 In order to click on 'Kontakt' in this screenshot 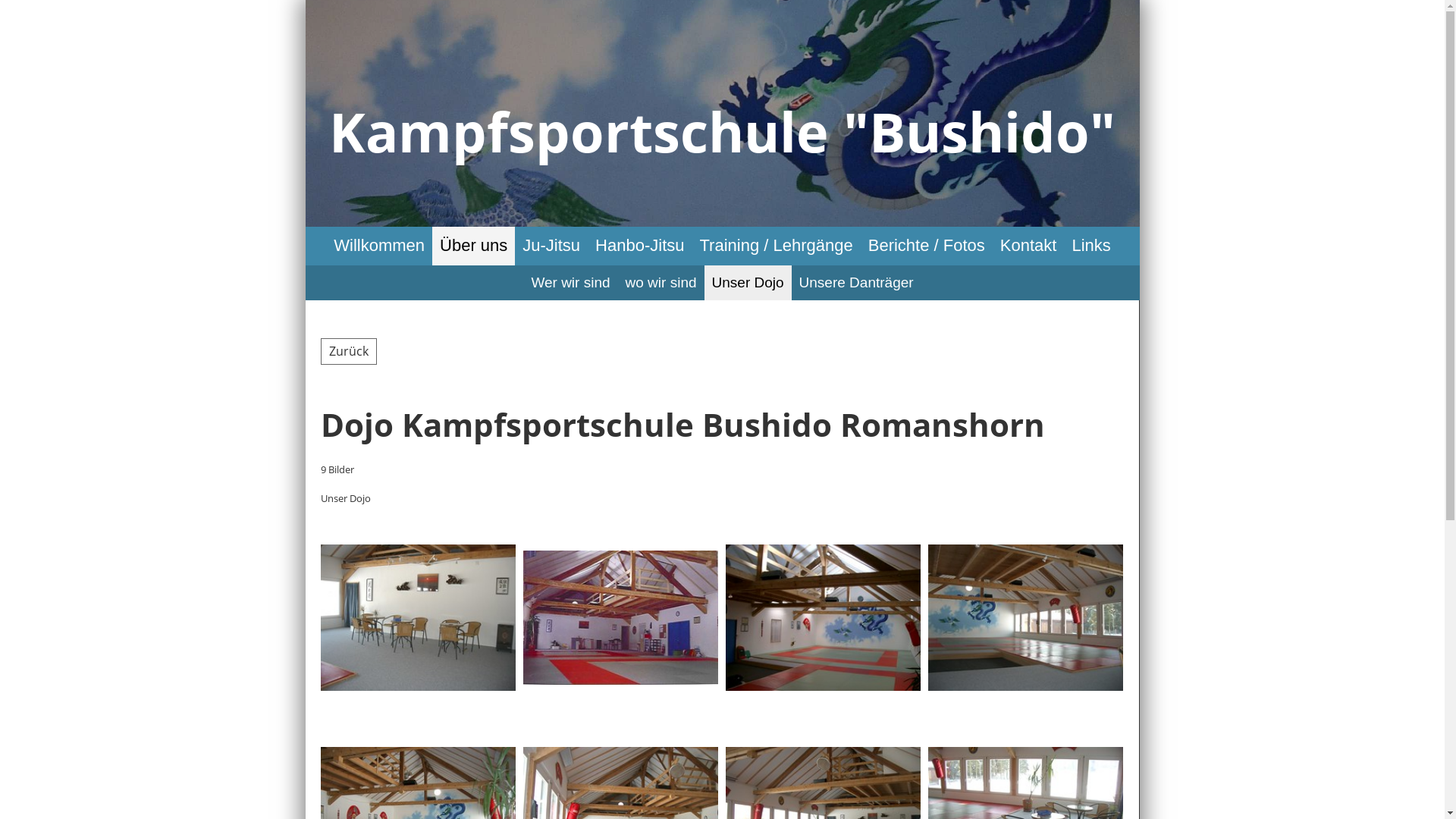, I will do `click(1028, 245)`.